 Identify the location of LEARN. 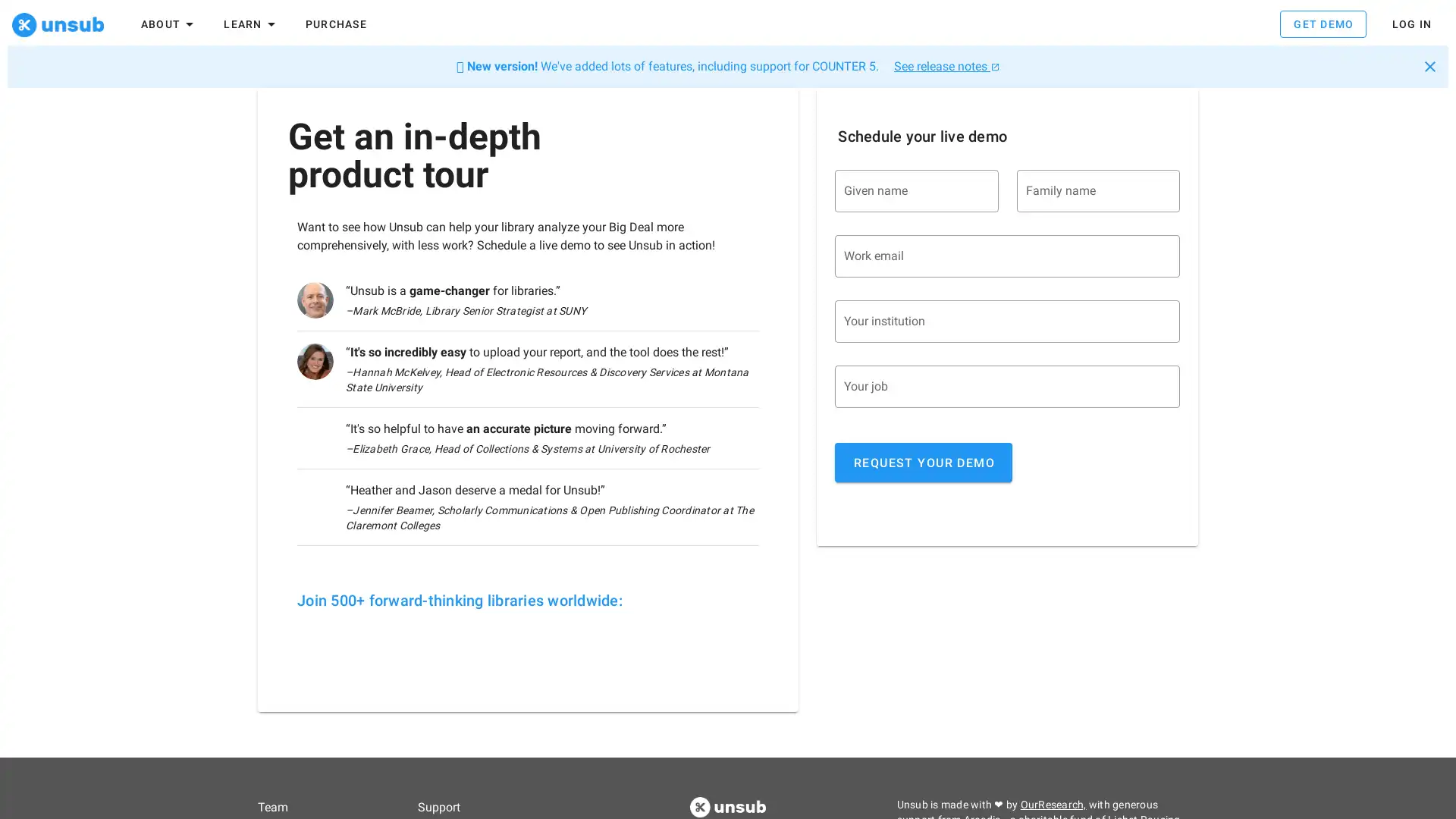
(251, 24).